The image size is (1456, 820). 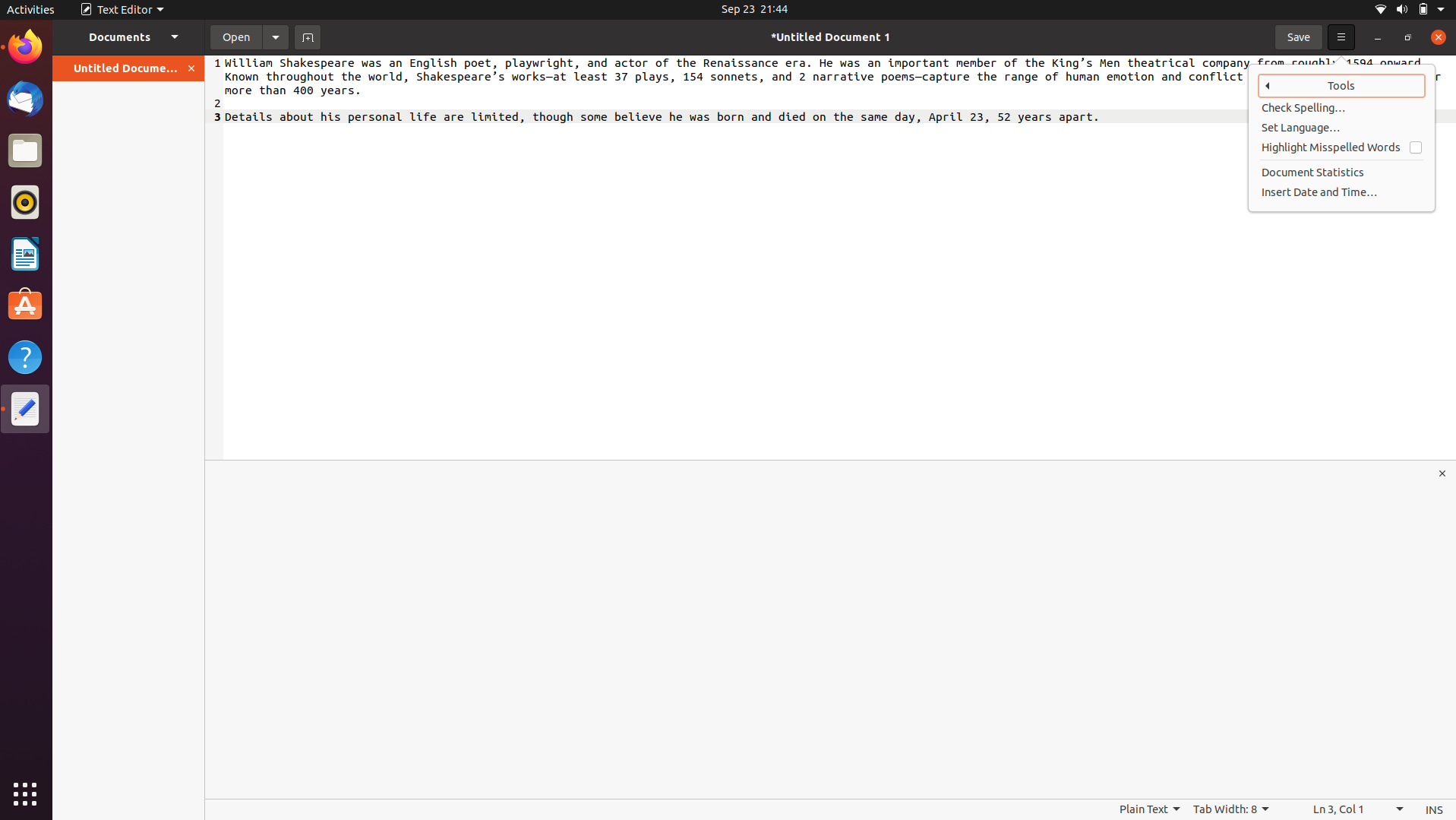 What do you see at coordinates (1148, 809) in the screenshot?
I see `Switch the filetype to HTML` at bounding box center [1148, 809].